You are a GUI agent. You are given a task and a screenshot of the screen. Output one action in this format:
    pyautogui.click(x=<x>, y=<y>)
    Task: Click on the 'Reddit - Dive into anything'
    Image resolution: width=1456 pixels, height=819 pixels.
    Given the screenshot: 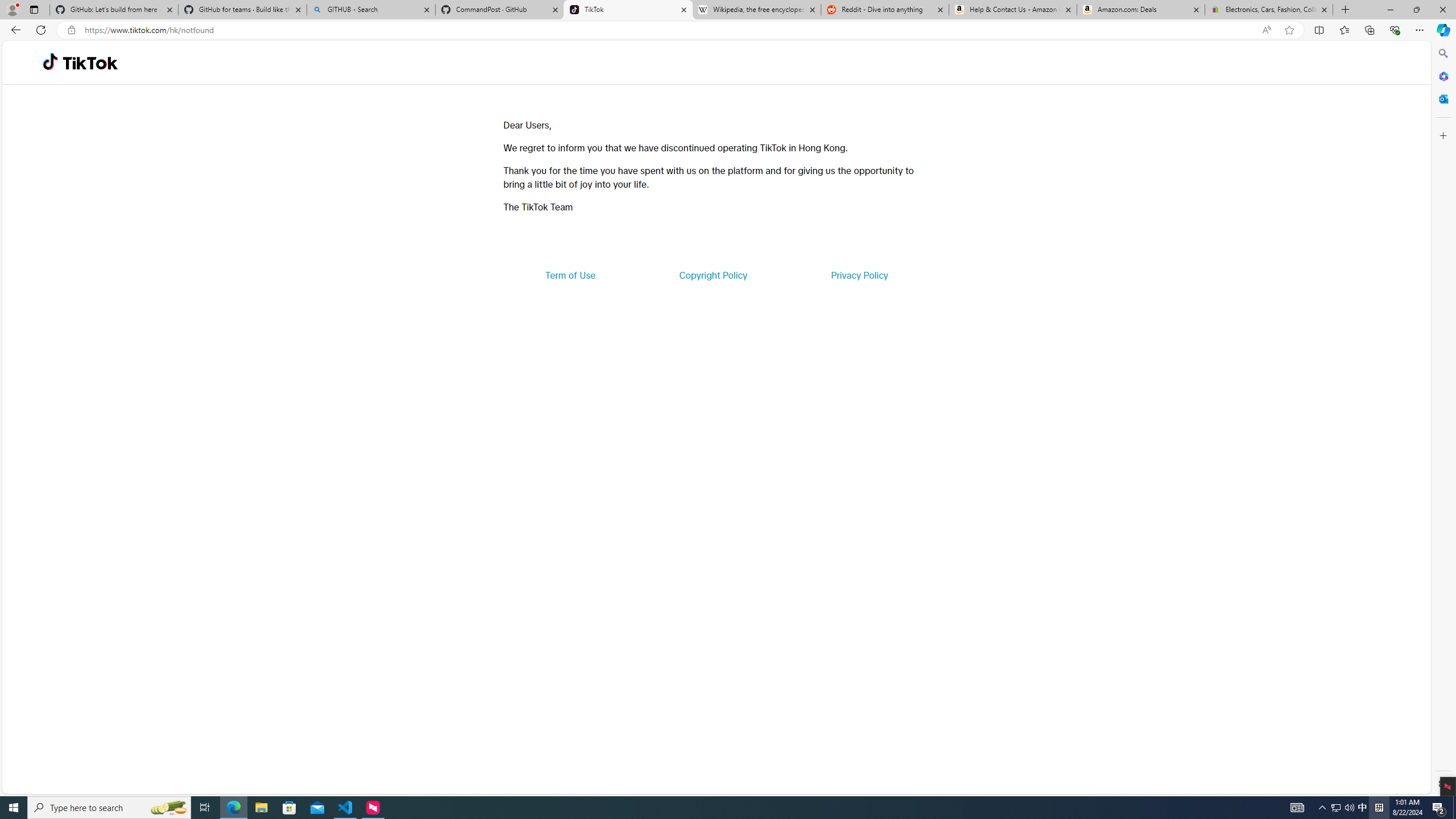 What is the action you would take?
    pyautogui.click(x=885, y=9)
    